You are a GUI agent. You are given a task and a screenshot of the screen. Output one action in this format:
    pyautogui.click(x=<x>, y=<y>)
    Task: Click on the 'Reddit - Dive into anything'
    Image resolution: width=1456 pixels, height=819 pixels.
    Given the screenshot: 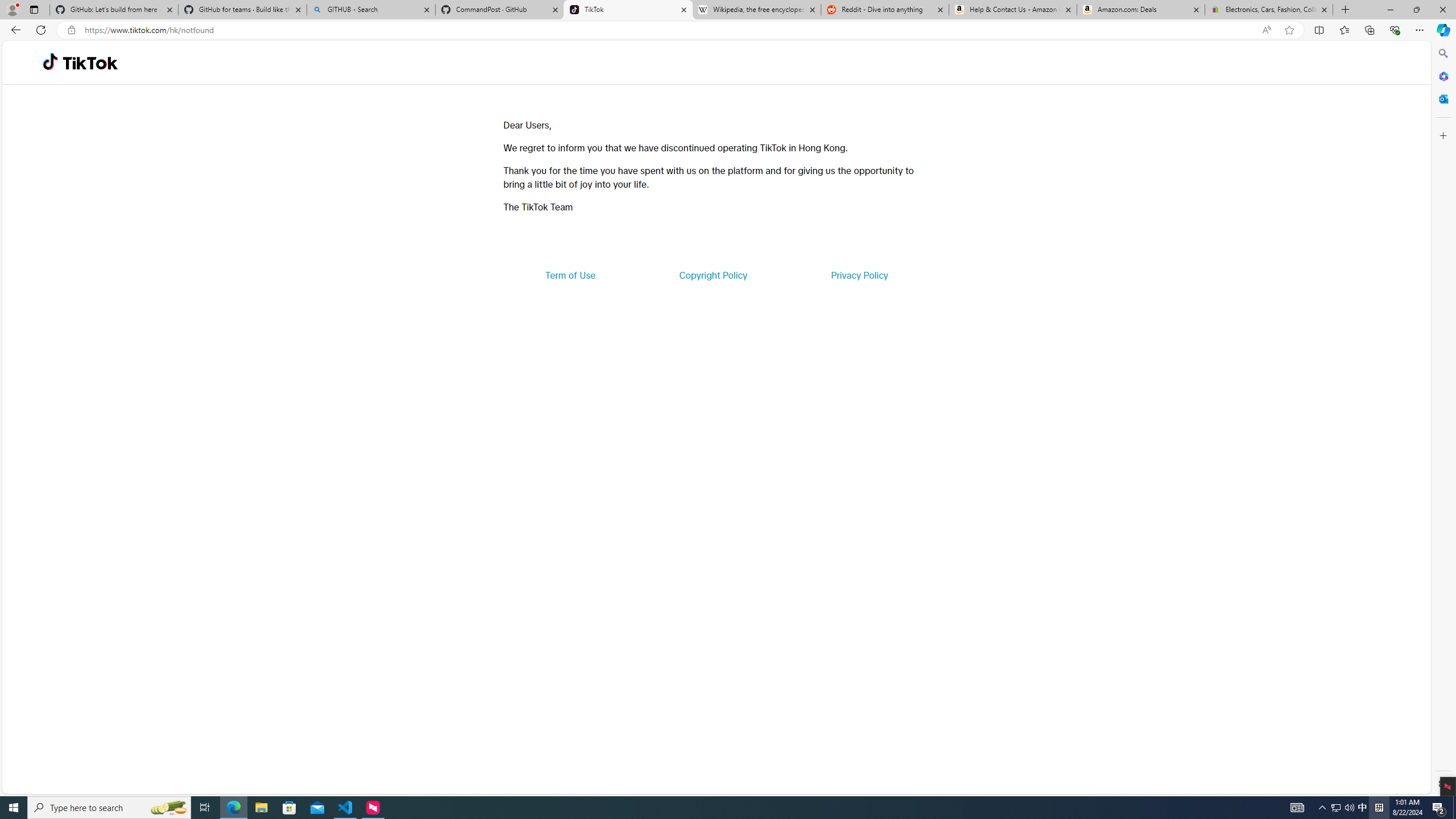 What is the action you would take?
    pyautogui.click(x=885, y=9)
    